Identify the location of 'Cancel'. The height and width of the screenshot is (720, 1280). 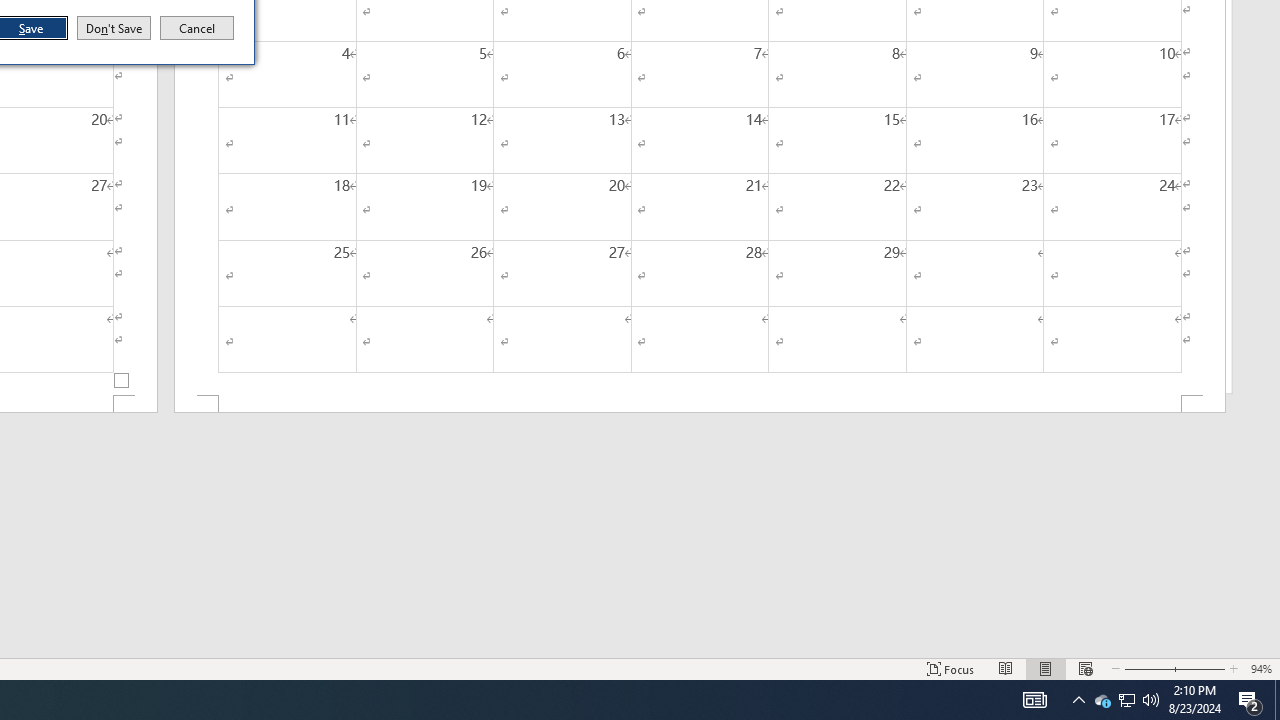
(197, 28).